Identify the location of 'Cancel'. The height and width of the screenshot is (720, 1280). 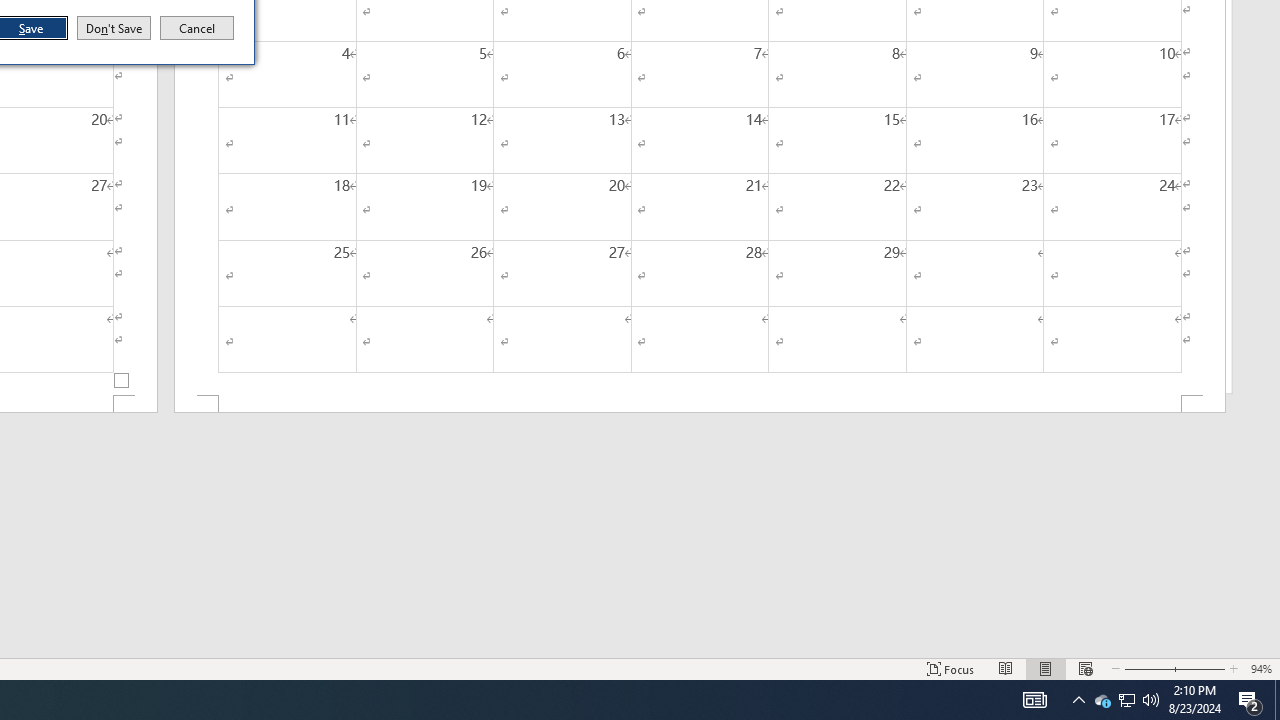
(197, 28).